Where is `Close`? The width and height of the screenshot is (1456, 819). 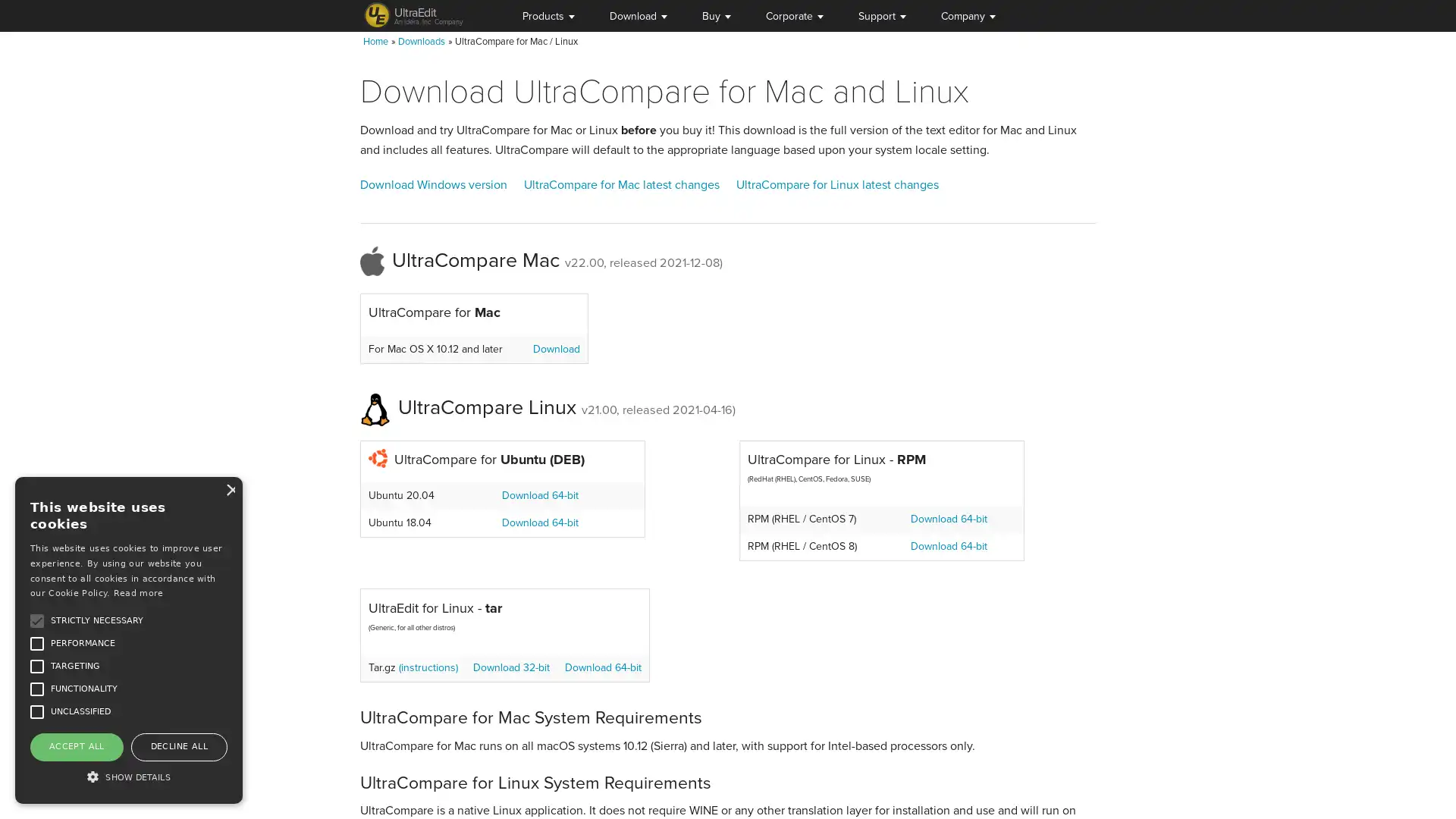 Close is located at coordinates (228, 489).